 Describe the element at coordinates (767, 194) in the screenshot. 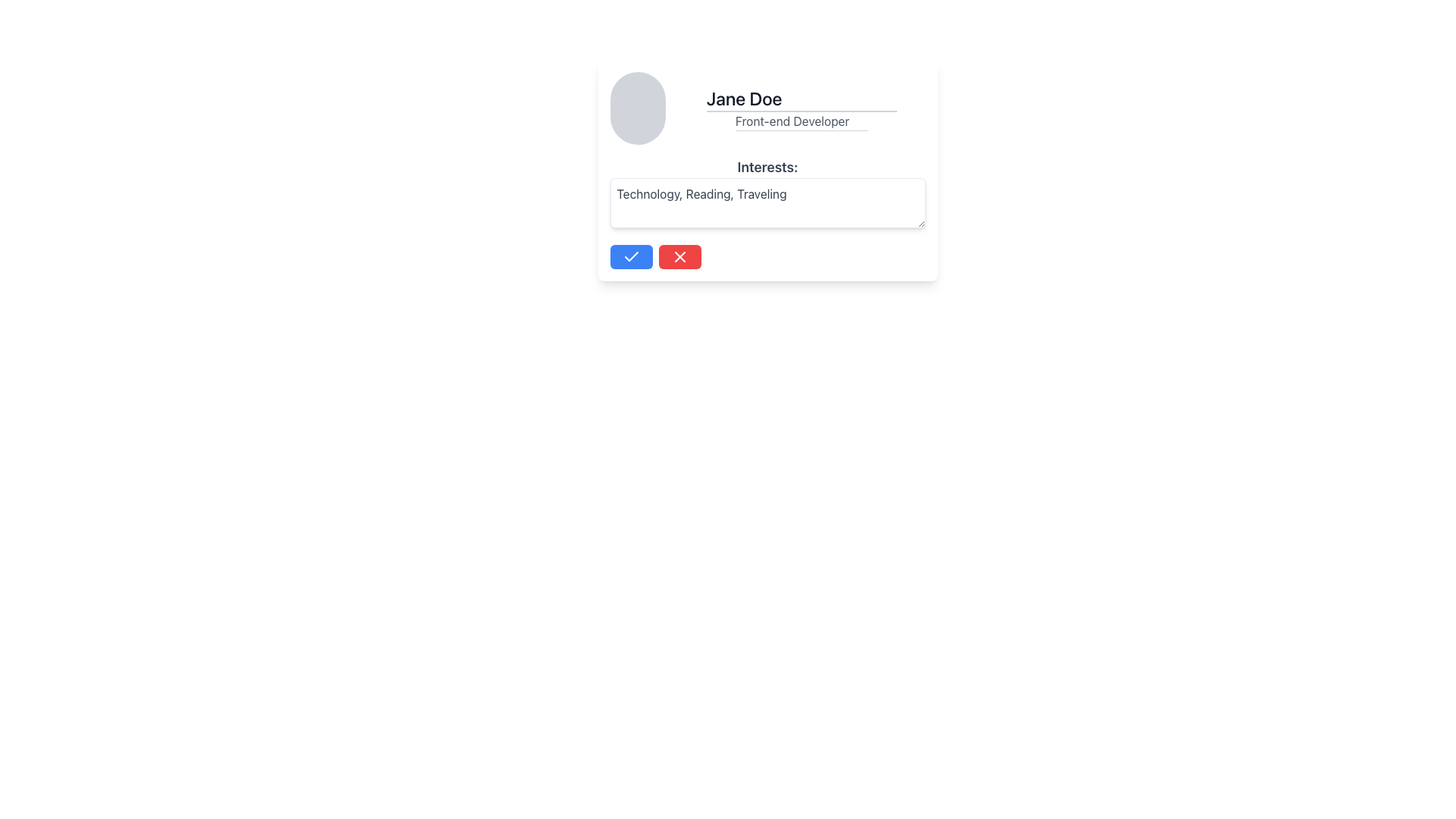

I see `the text input field for modifying user interests, which displays 'Technology, Reading, Traveling', to provide a visual cue` at that location.